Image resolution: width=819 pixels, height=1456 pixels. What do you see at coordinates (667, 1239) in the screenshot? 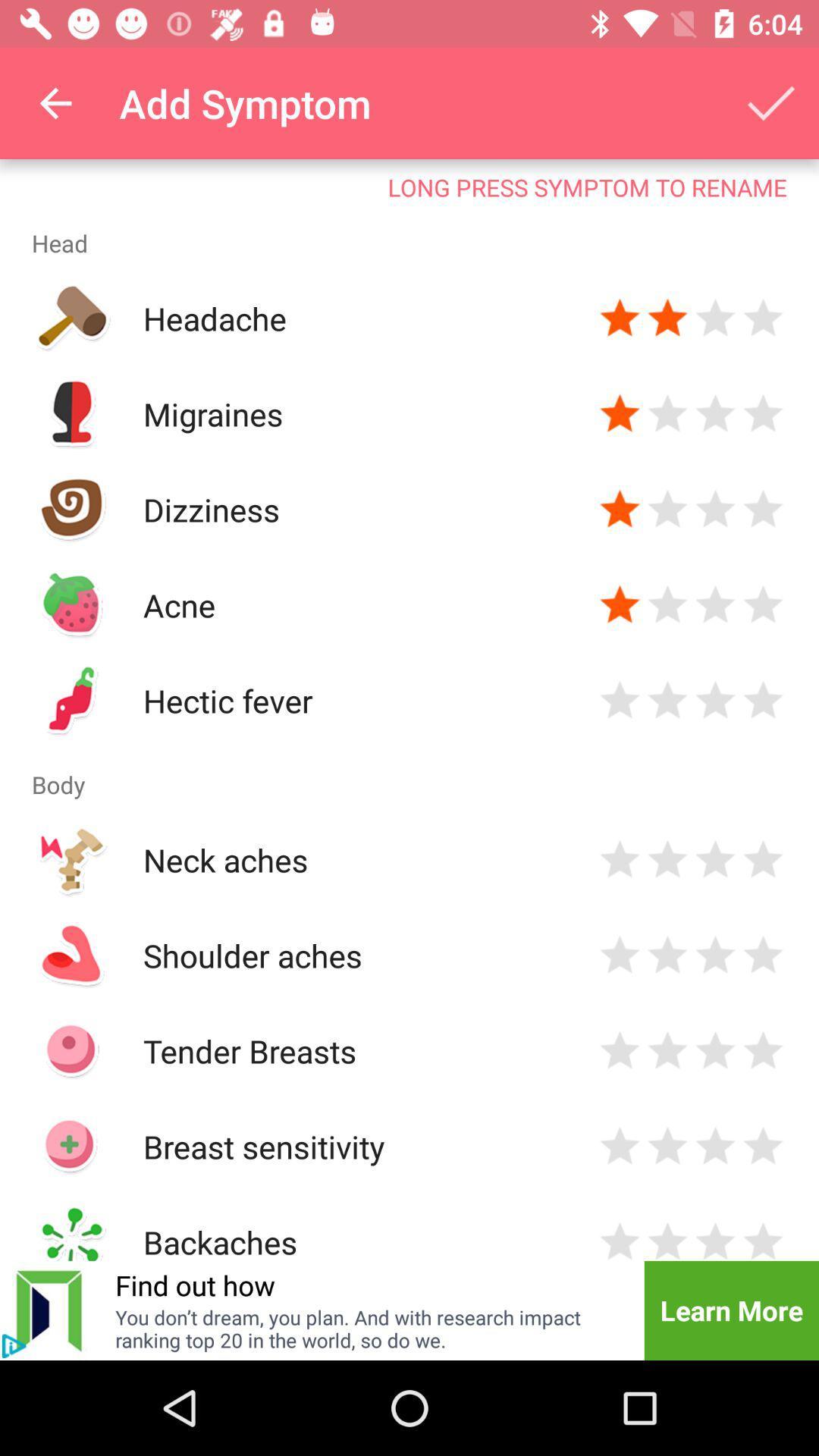
I see `give a two stars rate` at bounding box center [667, 1239].